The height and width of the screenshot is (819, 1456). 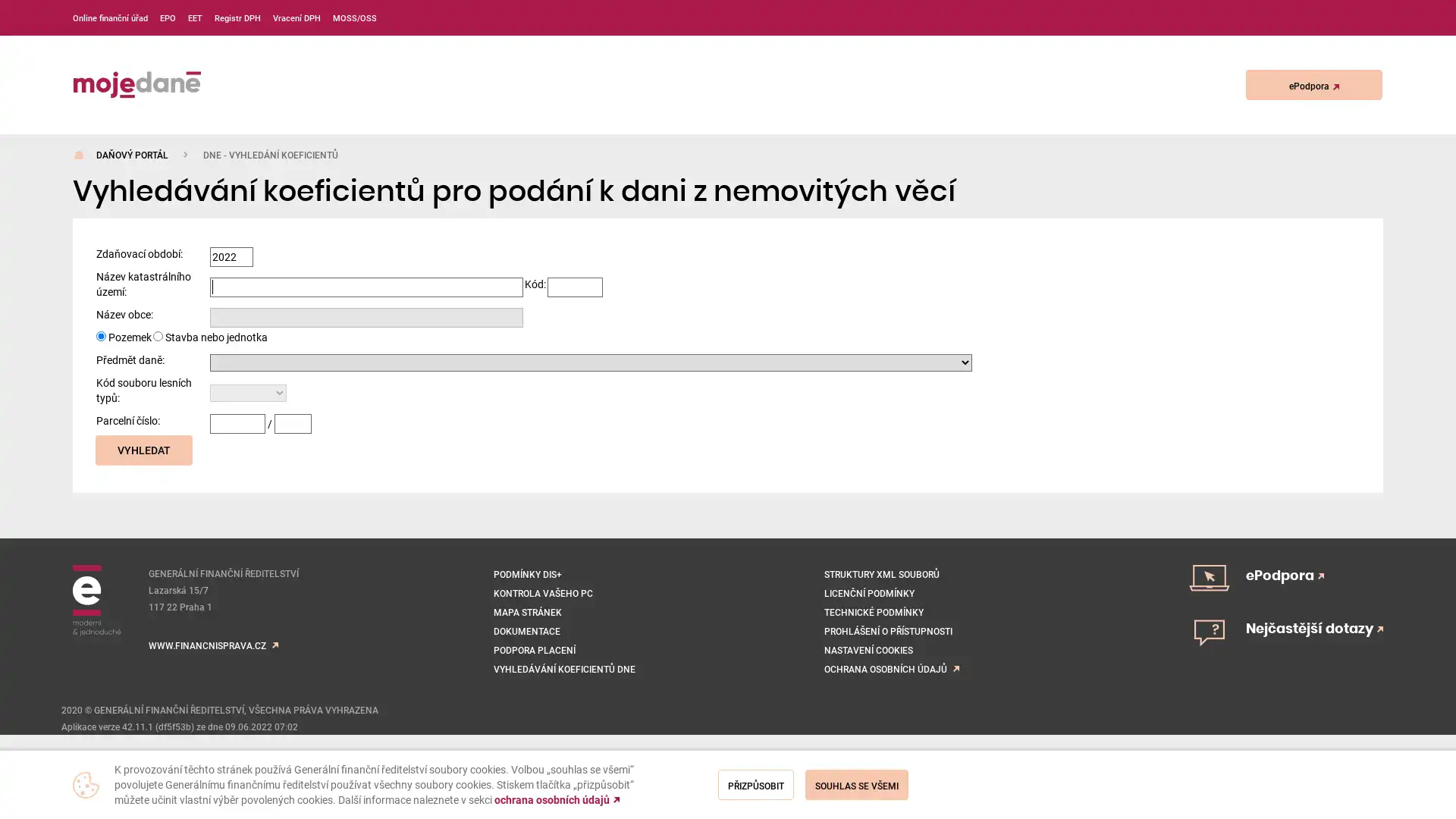 I want to click on Vyhledat, so click(x=144, y=449).